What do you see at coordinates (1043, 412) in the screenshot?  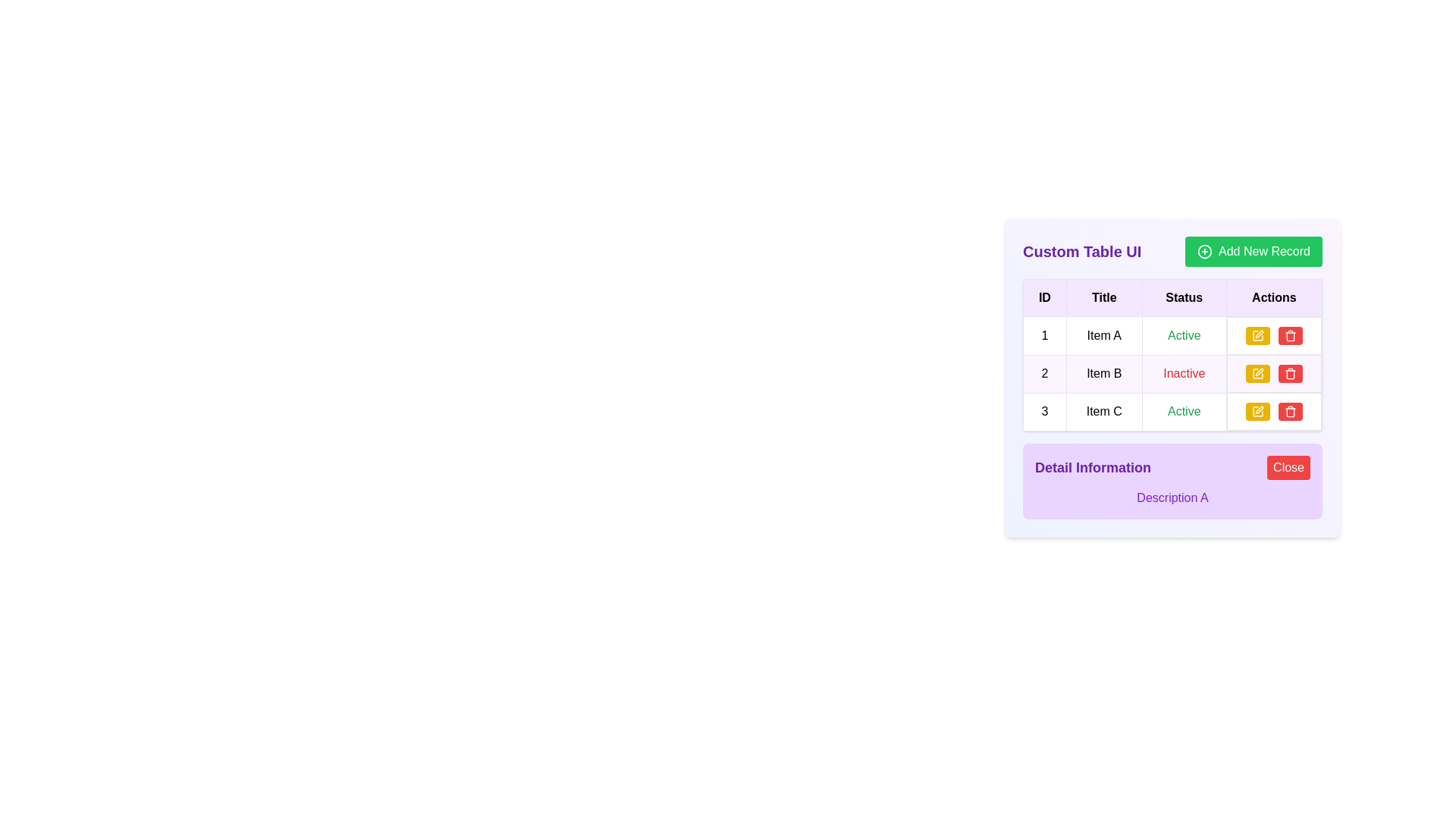 I see `displayed text from the Text component located in the third row under the first column of the table, representing the unique ID of the associated record` at bounding box center [1043, 412].